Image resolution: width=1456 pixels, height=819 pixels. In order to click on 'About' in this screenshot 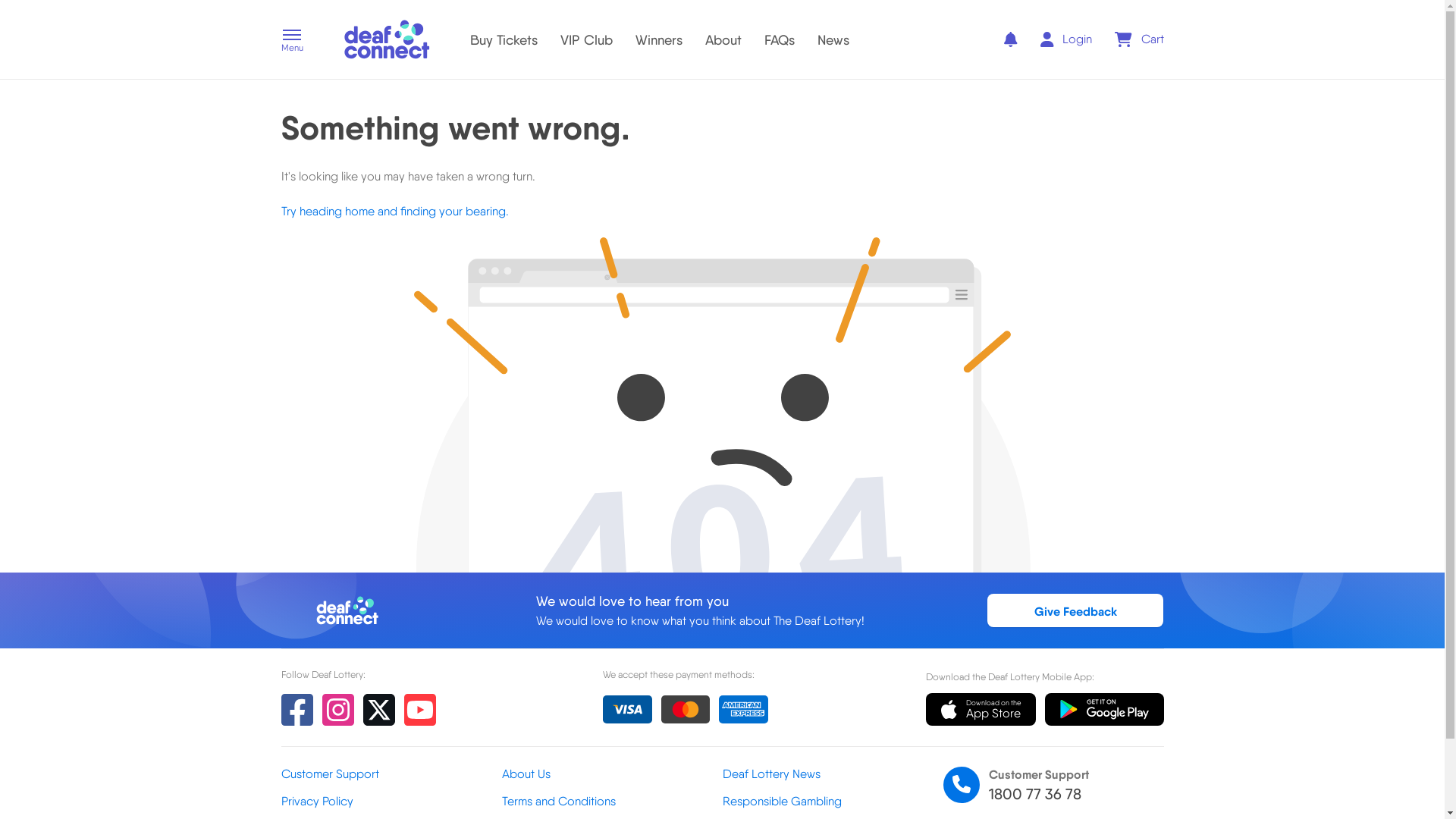, I will do `click(704, 38)`.